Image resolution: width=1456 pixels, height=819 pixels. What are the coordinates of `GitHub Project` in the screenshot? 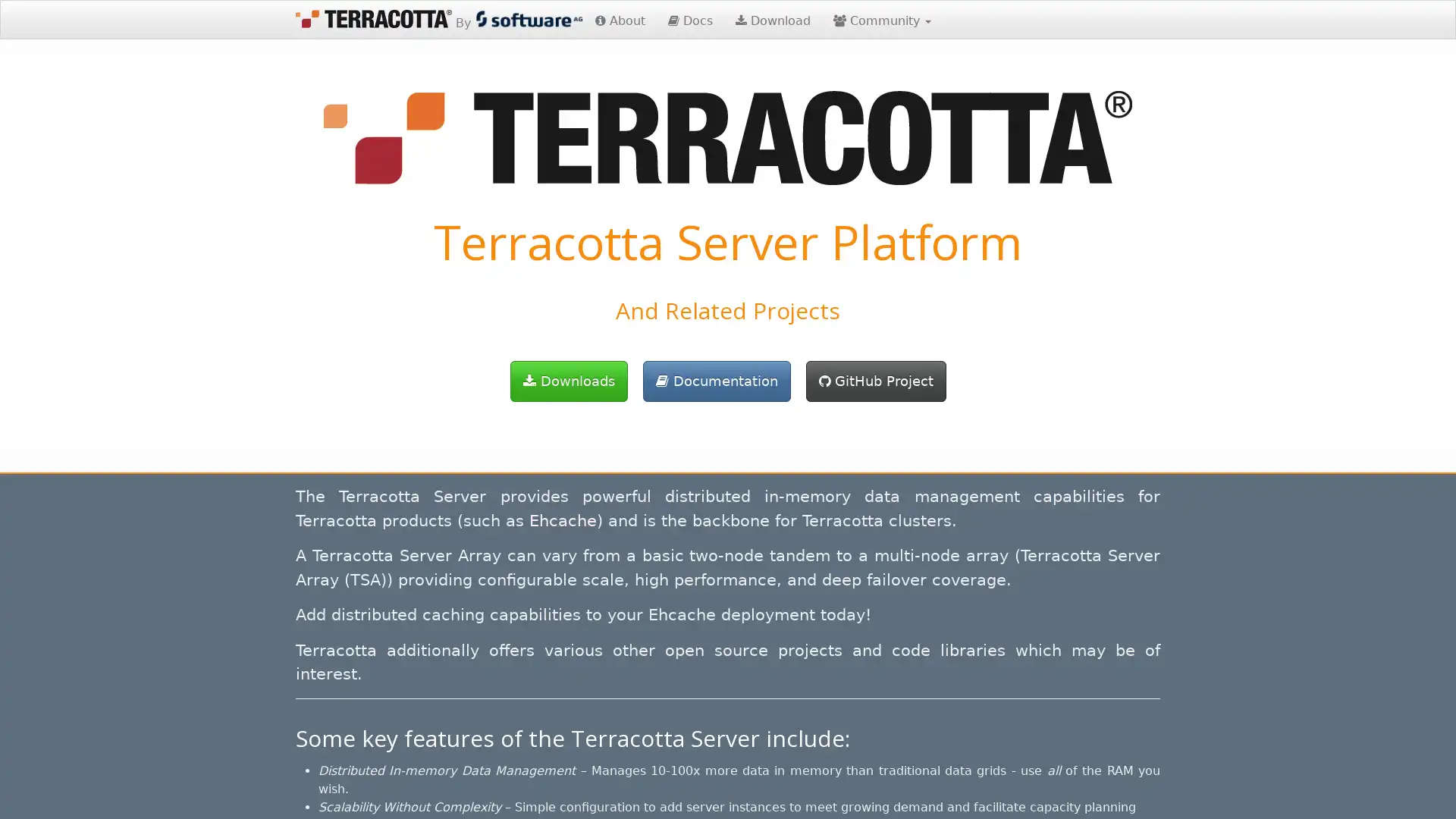 It's located at (875, 380).